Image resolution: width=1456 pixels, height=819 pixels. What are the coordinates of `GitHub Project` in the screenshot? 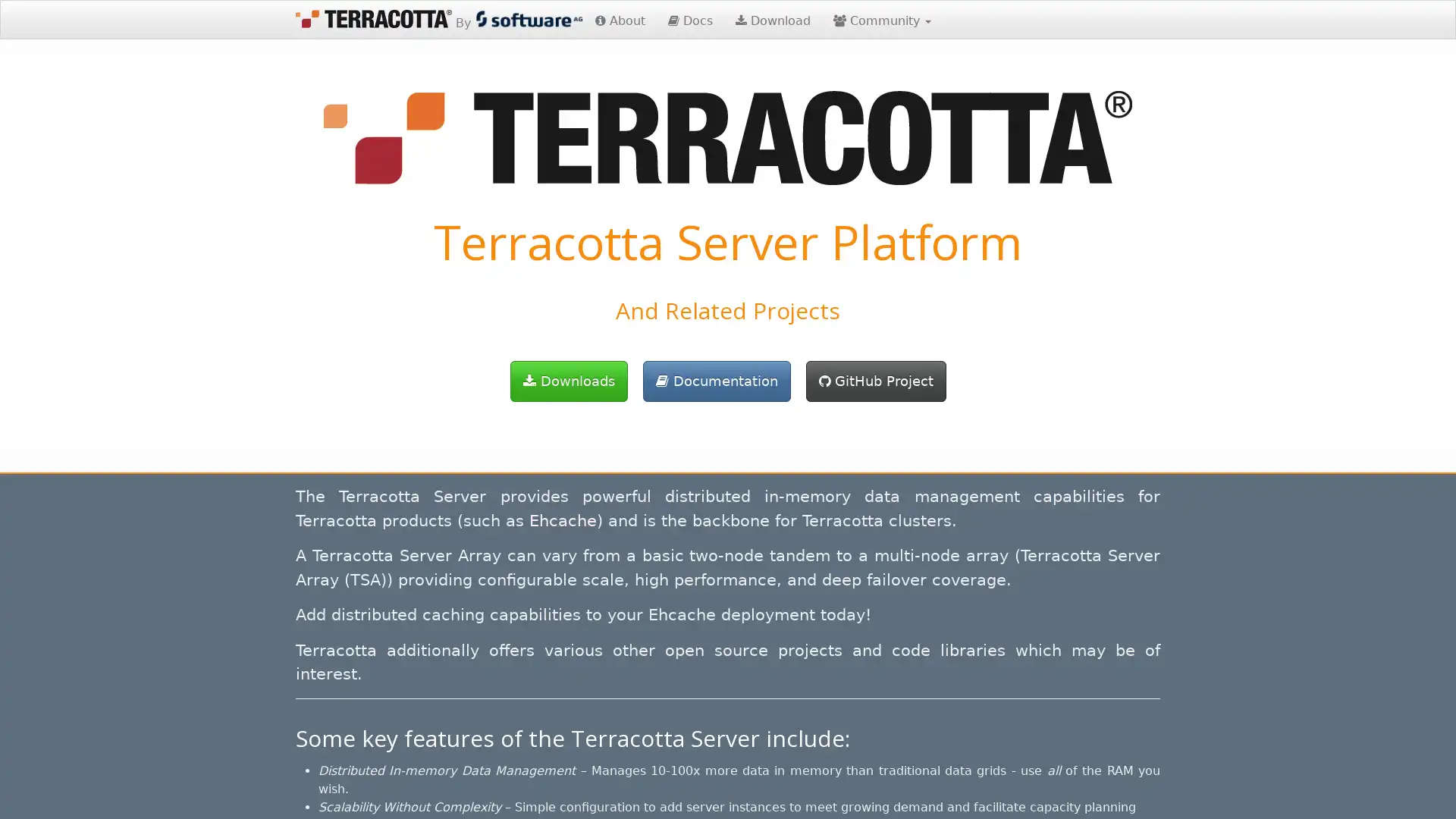 It's located at (875, 380).